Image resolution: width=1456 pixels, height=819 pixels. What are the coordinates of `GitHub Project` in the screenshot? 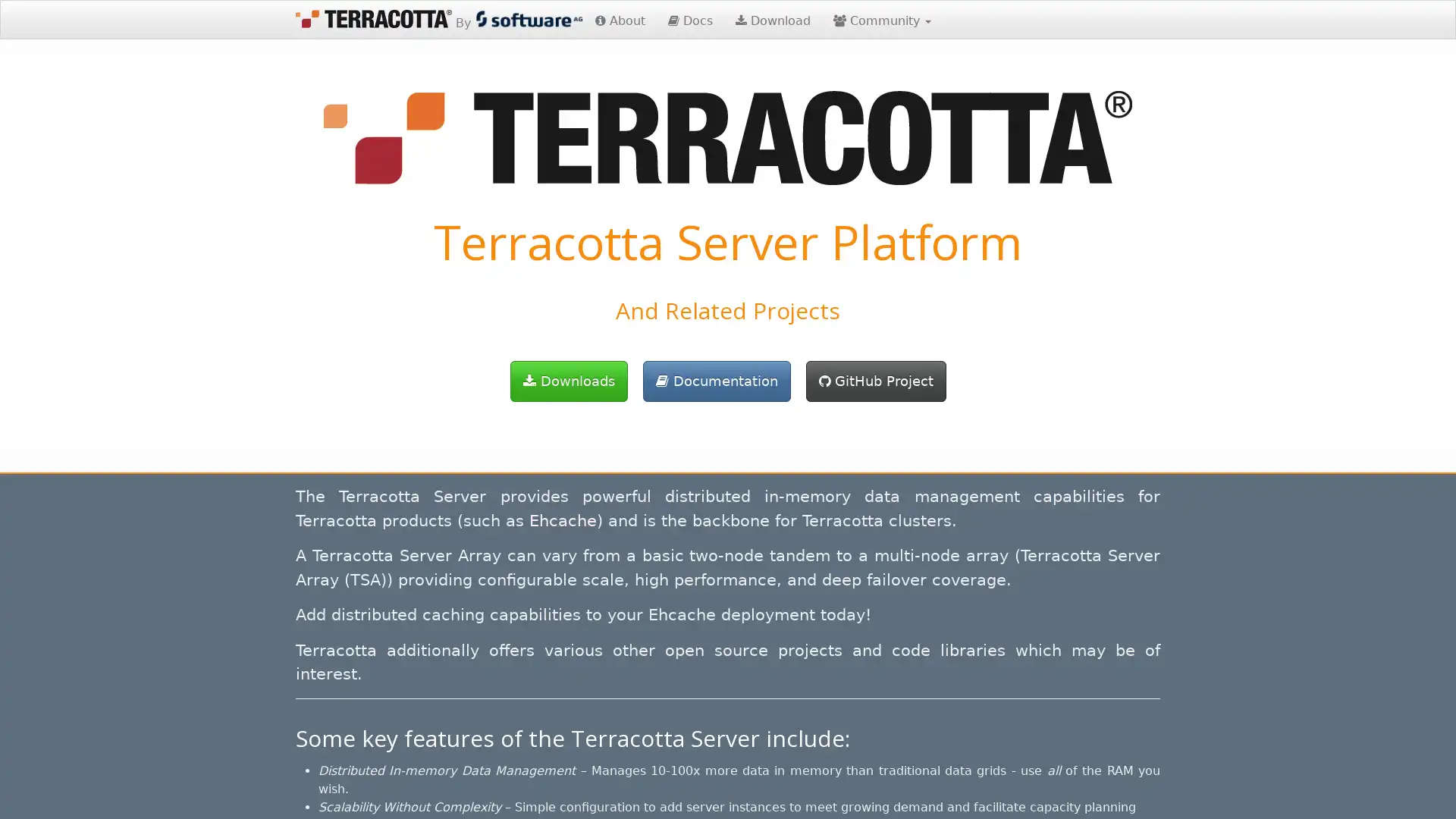 It's located at (875, 380).